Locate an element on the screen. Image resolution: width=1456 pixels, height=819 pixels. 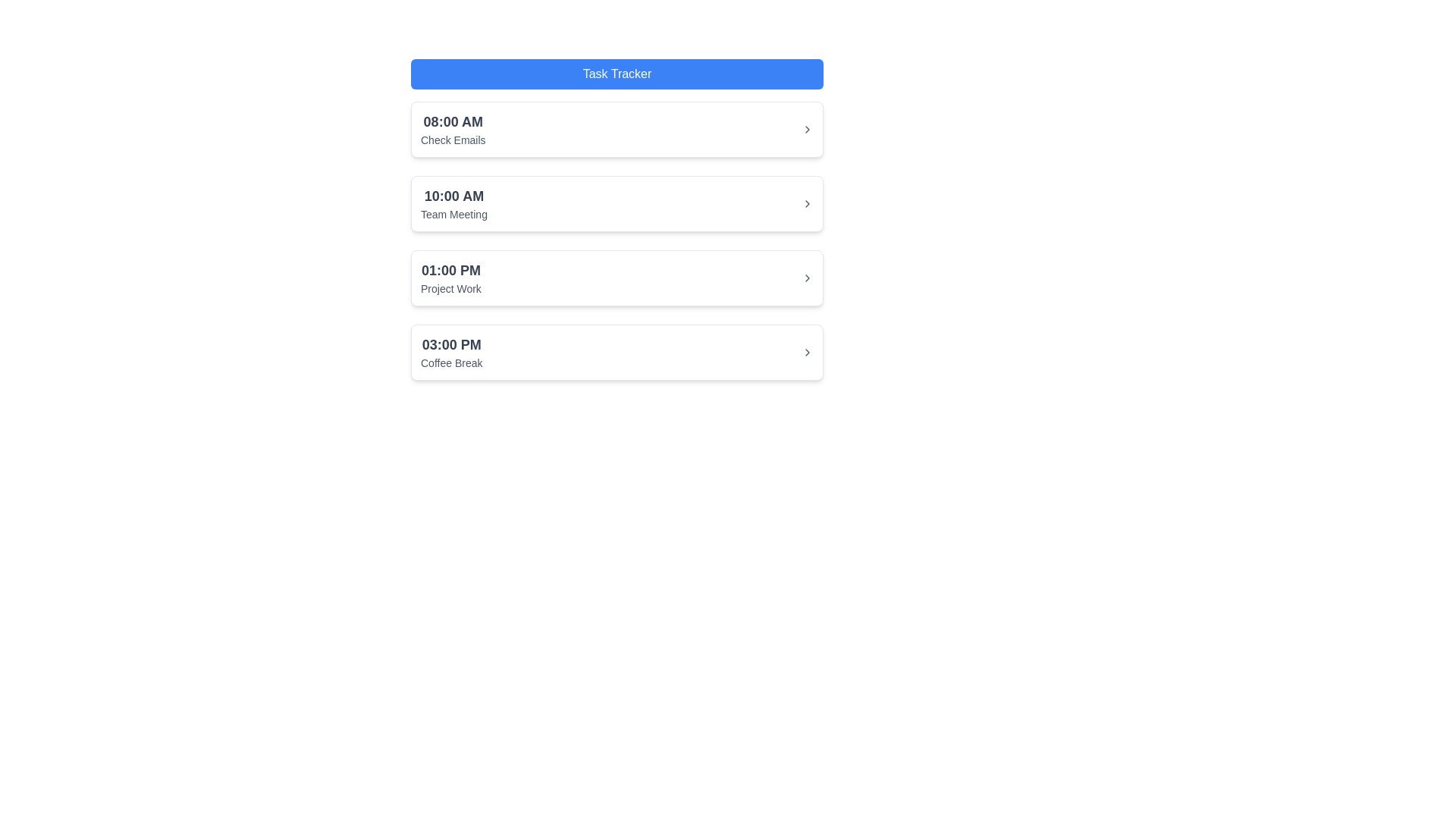
the small gray text label displaying 'Check Emails', which is located below the larger bold text '08:00 AM' in the first entry of the task list is located at coordinates (452, 140).